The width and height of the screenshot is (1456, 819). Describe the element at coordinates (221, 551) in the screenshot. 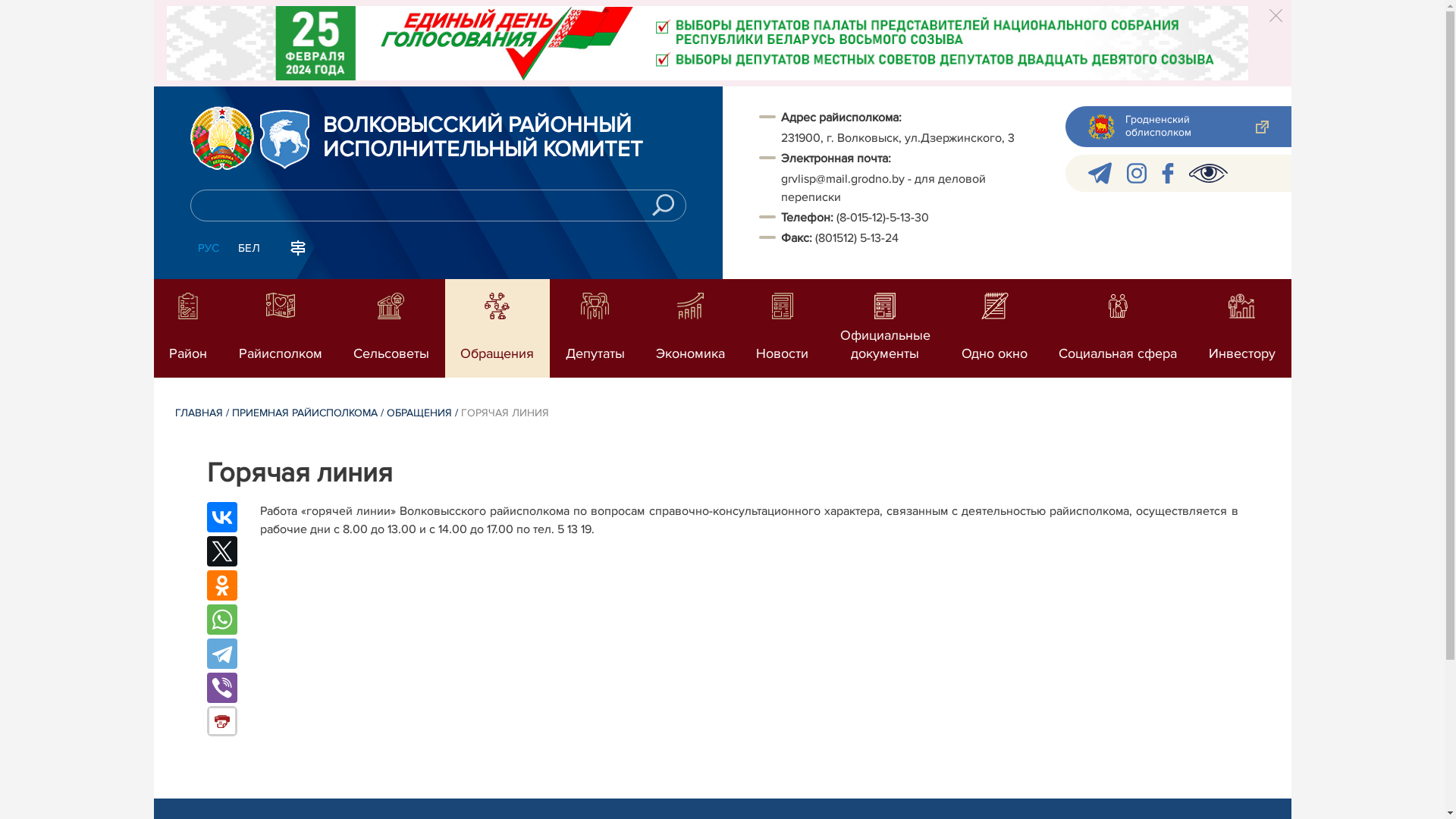

I see `'Twitter'` at that location.